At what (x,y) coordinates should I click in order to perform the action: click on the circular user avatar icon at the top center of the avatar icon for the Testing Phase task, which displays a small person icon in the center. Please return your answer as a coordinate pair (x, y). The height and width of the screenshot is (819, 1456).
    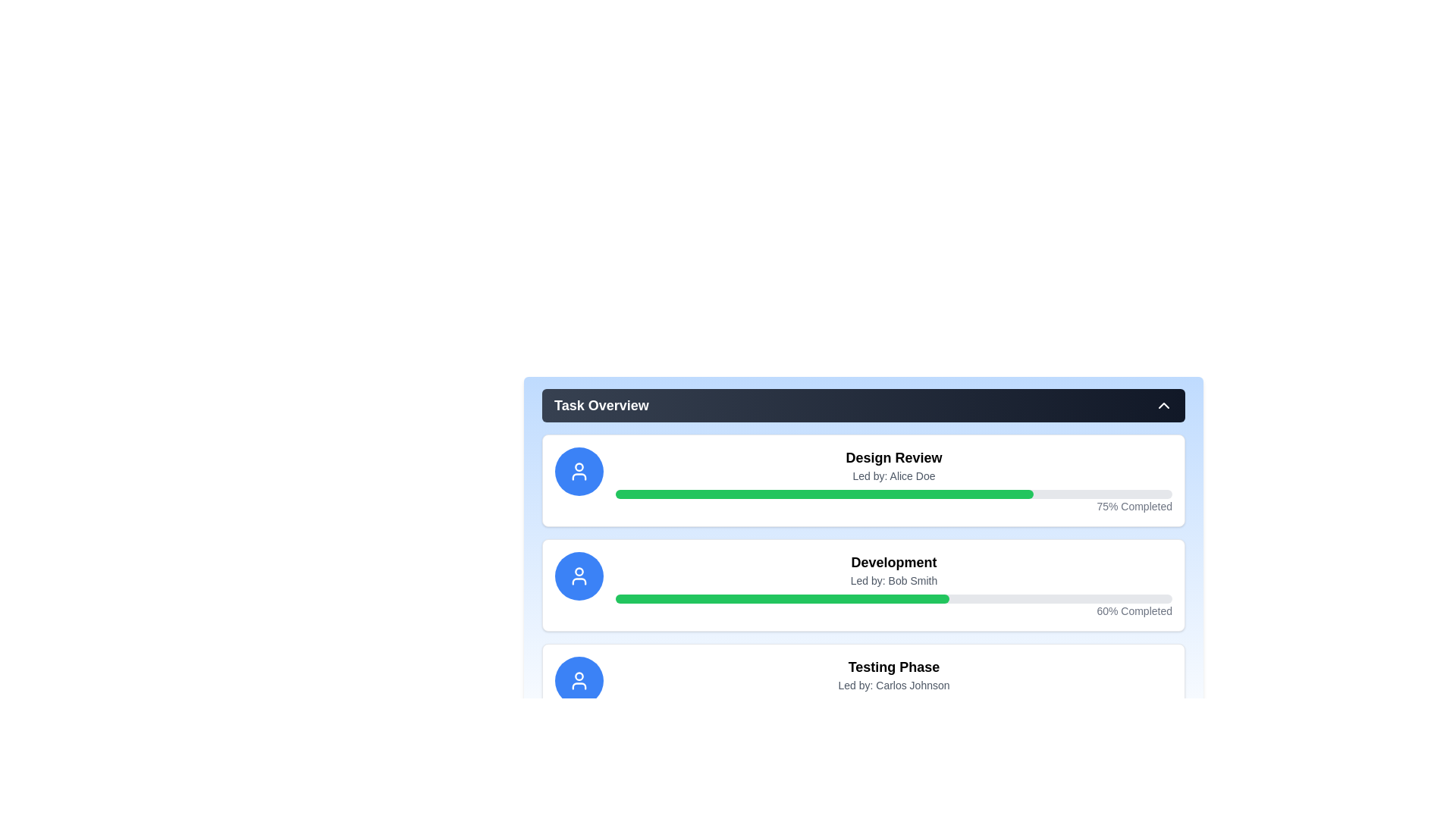
    Looking at the image, I should click on (578, 675).